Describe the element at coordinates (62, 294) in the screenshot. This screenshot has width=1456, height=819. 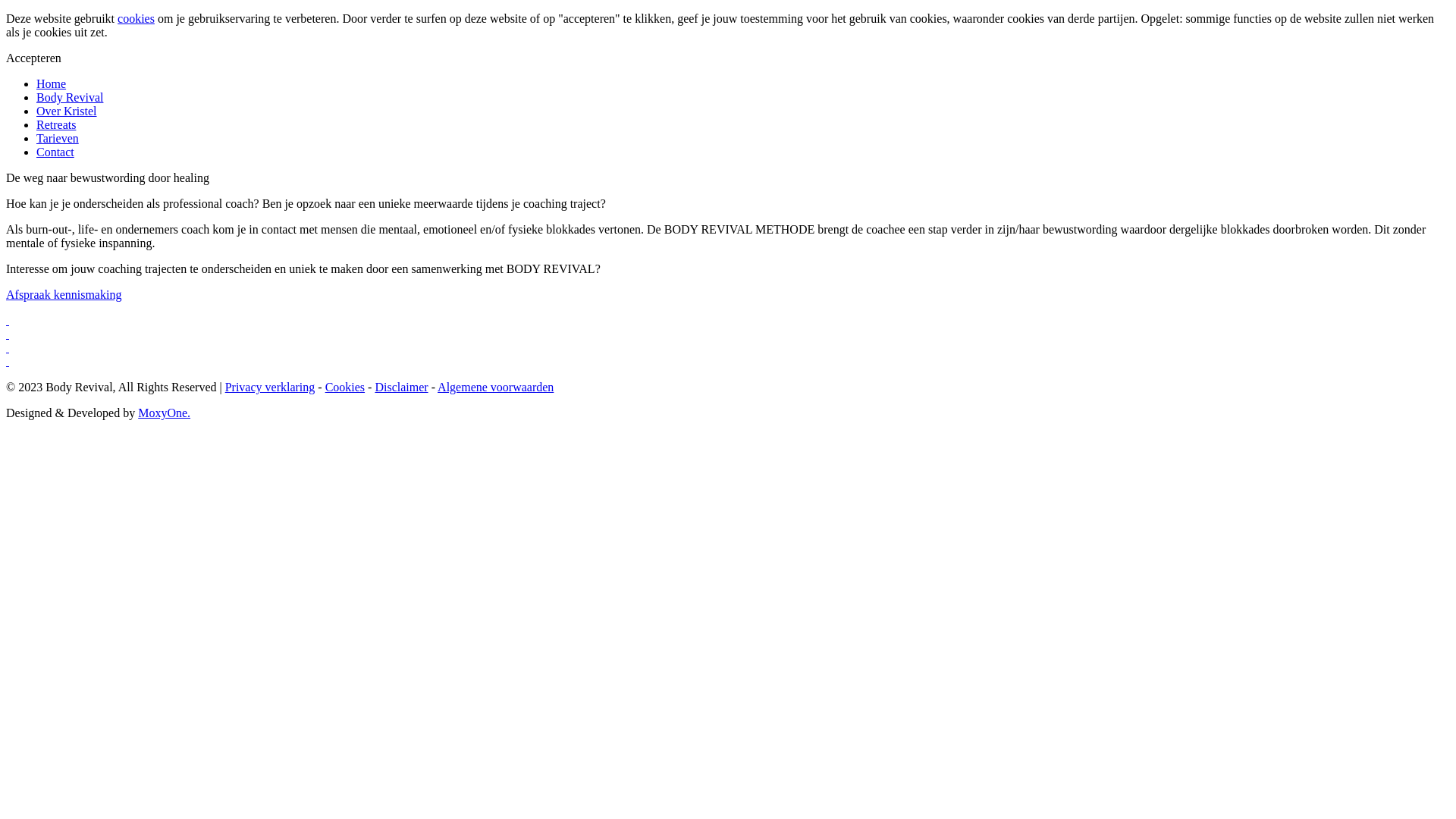
I see `'Afspraak kennismaking'` at that location.